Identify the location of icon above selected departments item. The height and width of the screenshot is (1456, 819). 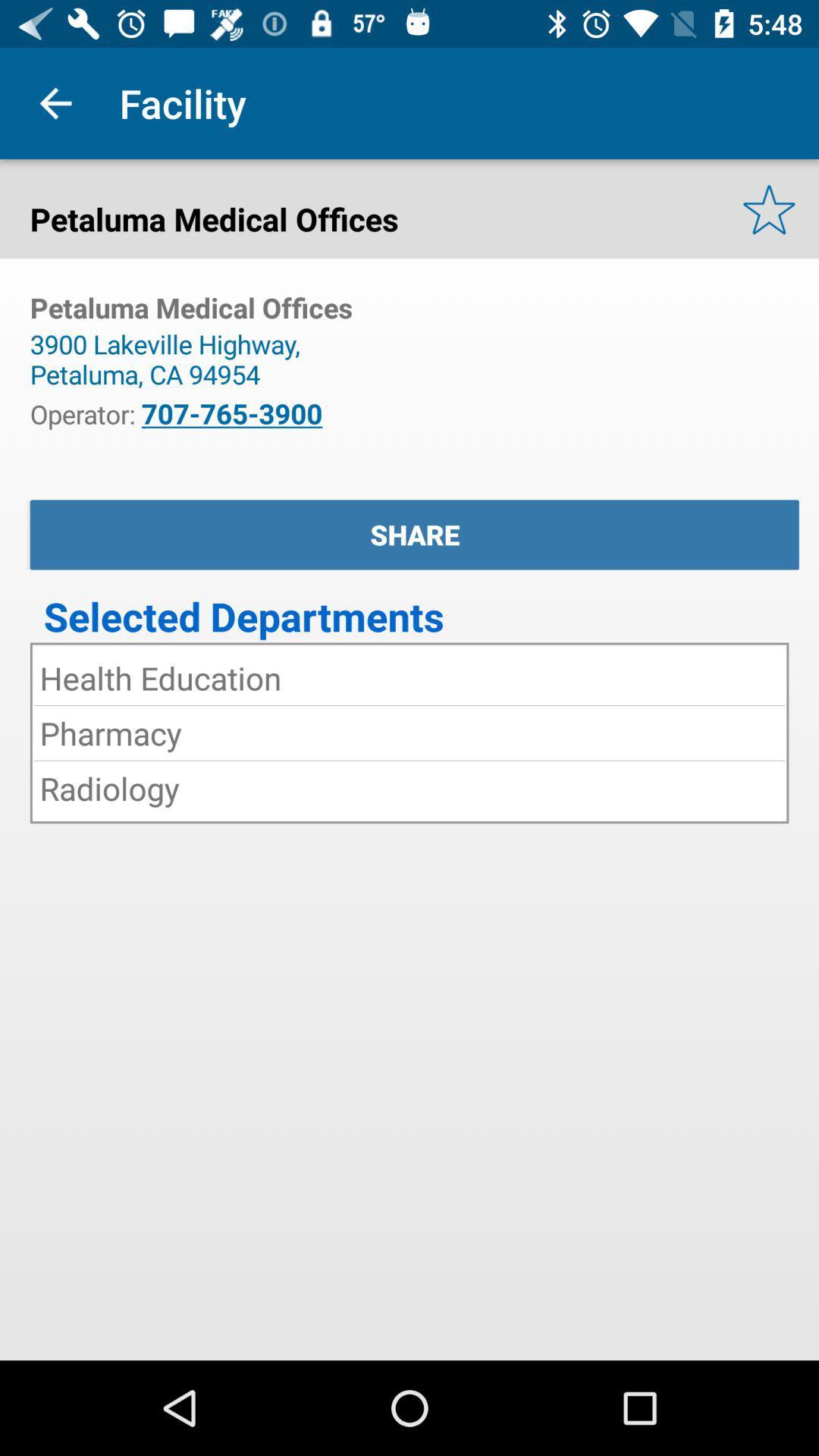
(414, 535).